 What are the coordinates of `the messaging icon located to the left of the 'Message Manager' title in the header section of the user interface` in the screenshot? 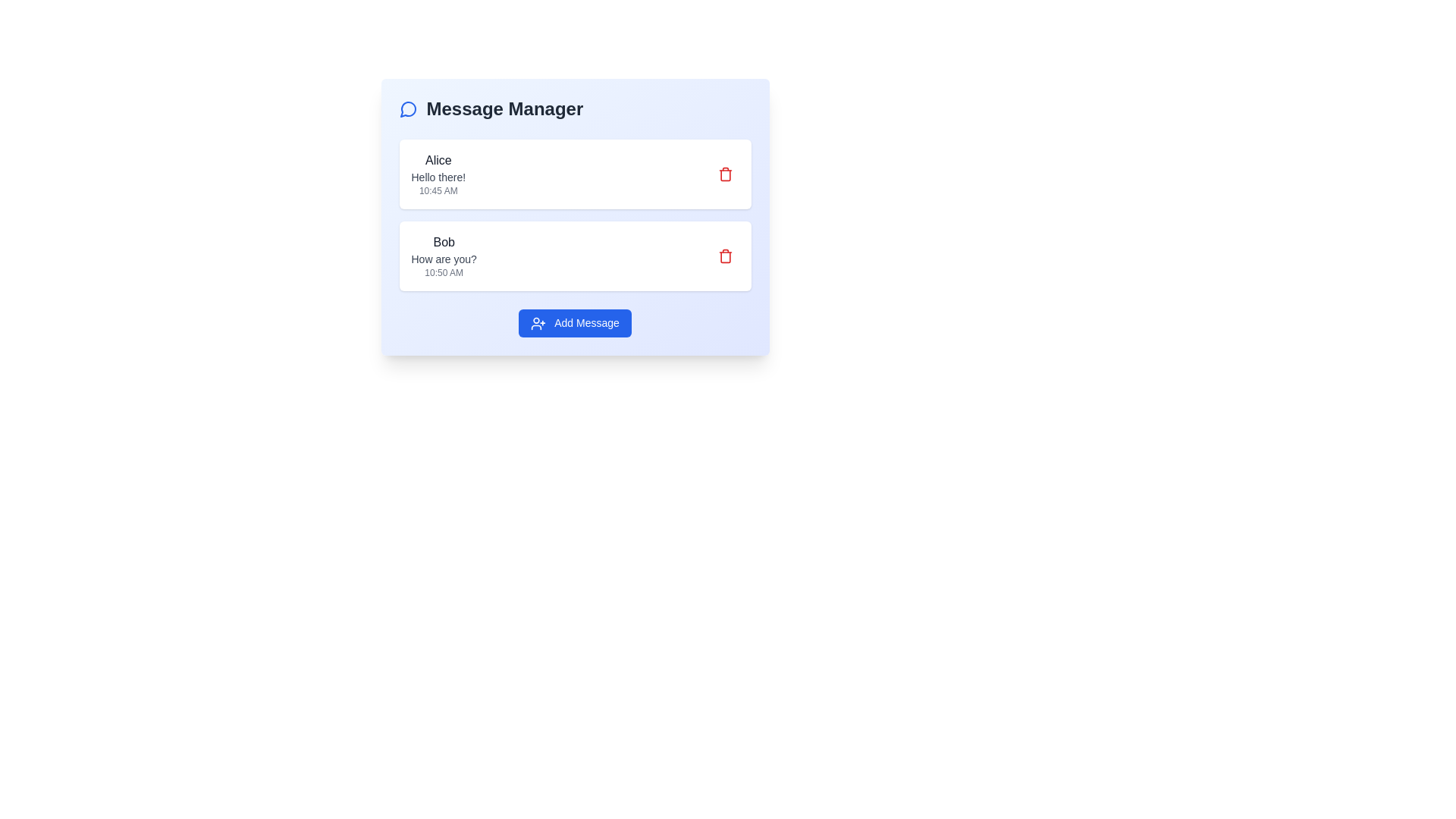 It's located at (408, 108).